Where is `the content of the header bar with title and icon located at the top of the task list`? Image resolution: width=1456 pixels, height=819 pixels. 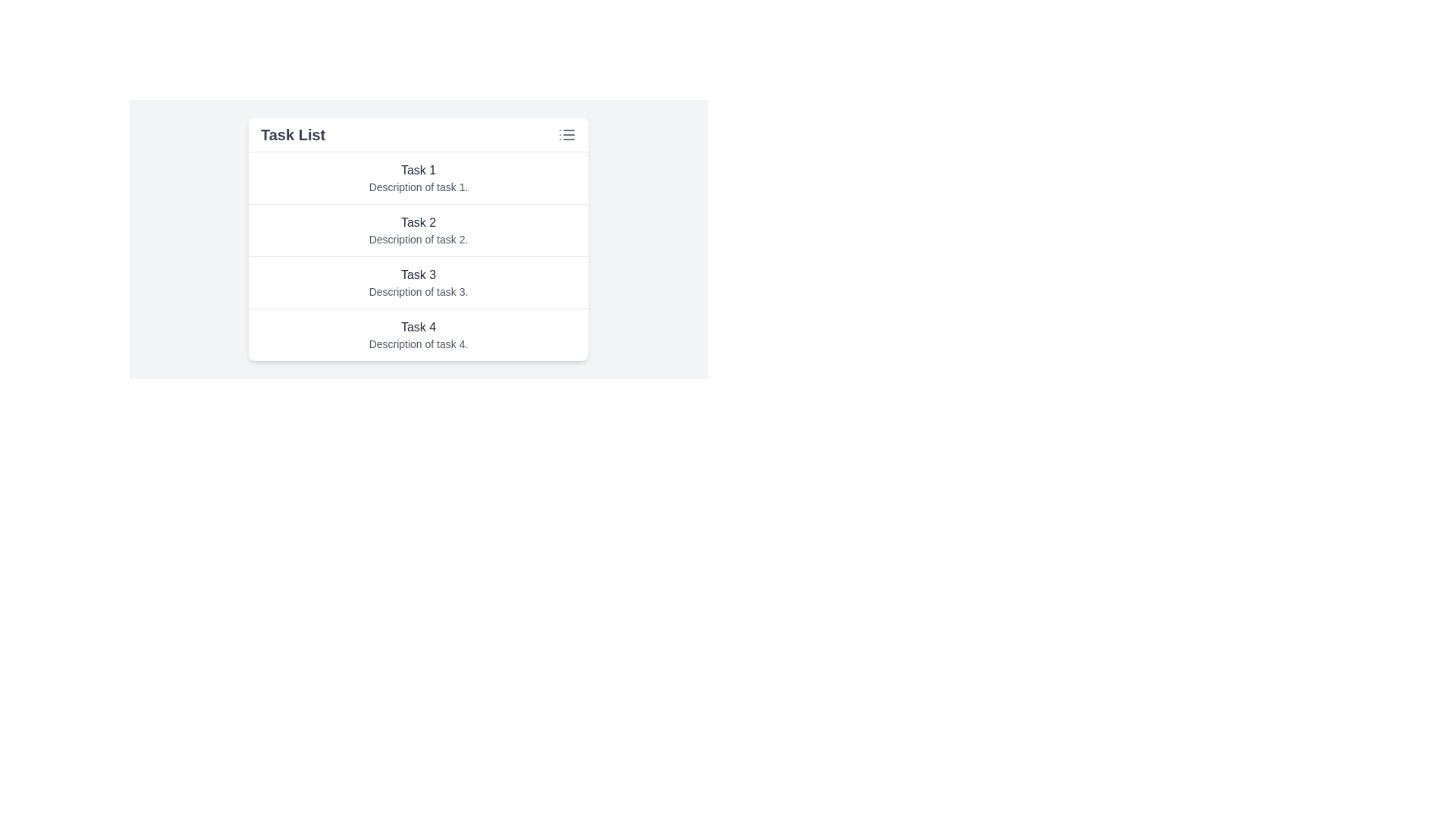 the content of the header bar with title and icon located at the top of the task list is located at coordinates (419, 134).